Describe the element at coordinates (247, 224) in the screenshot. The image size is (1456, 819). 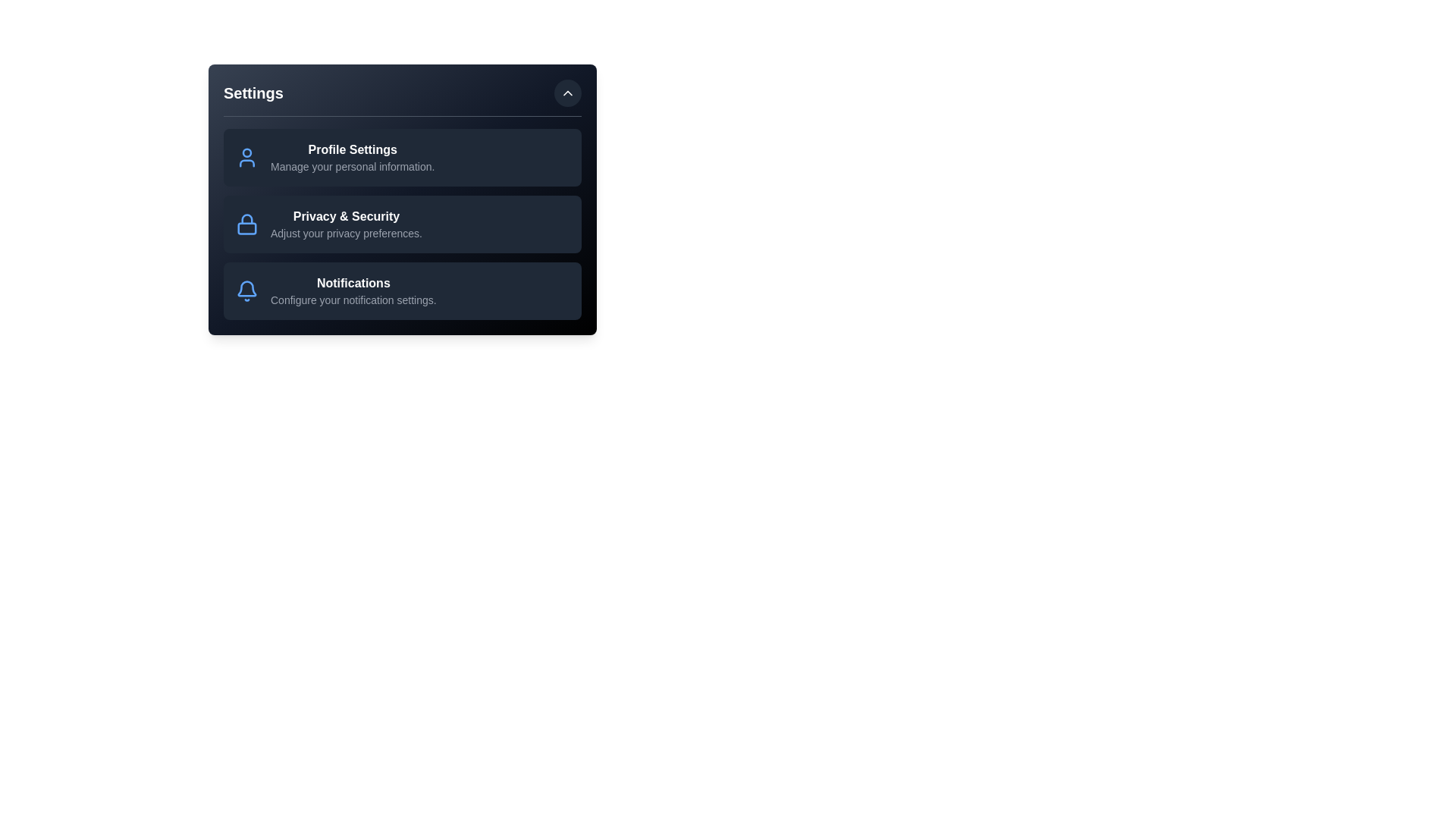
I see `the icon corresponding to Privacy & Security to interact with it` at that location.